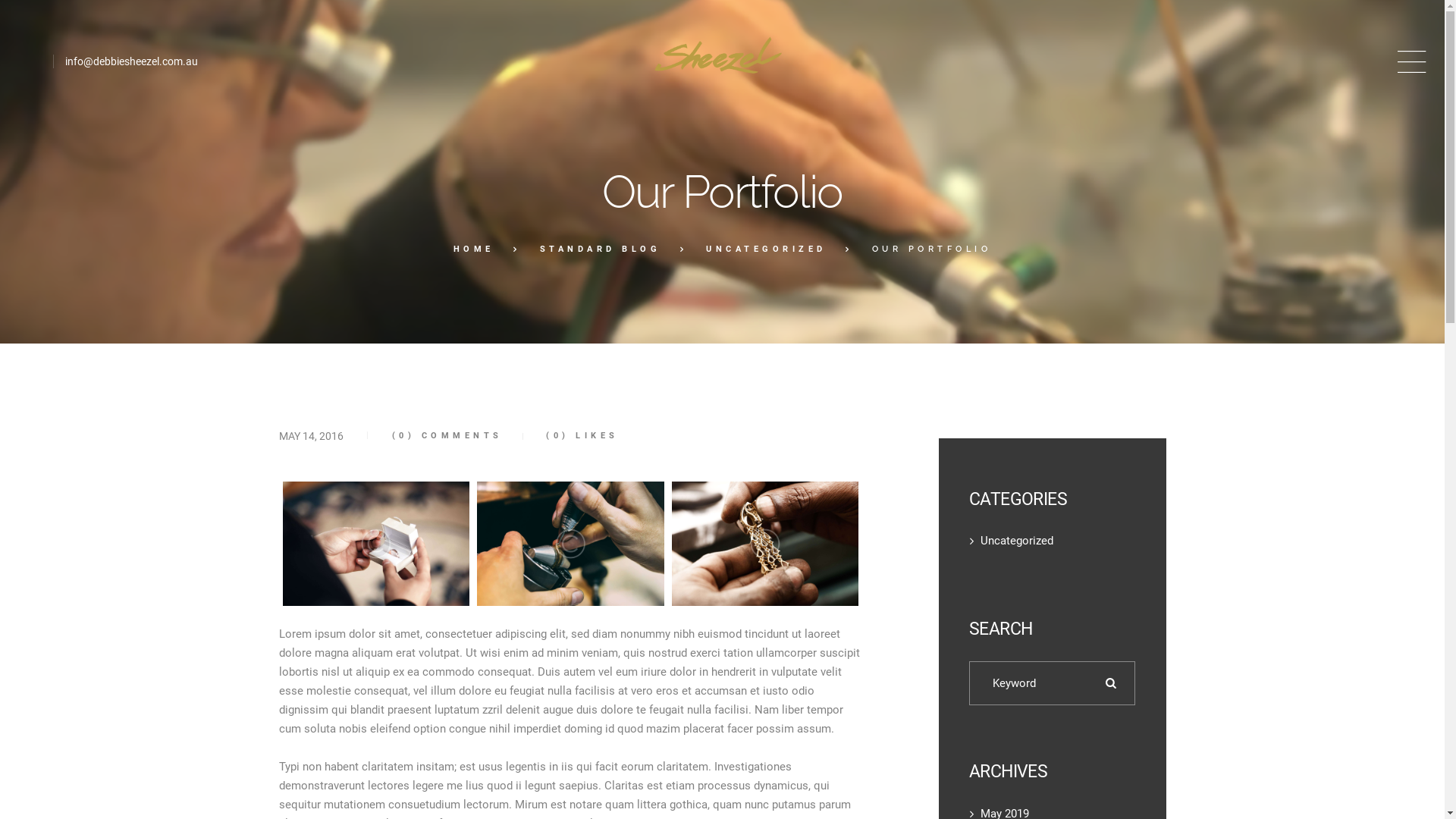 The height and width of the screenshot is (819, 1456). Describe the element at coordinates (310, 435) in the screenshot. I see `'MAY 14, 2016'` at that location.